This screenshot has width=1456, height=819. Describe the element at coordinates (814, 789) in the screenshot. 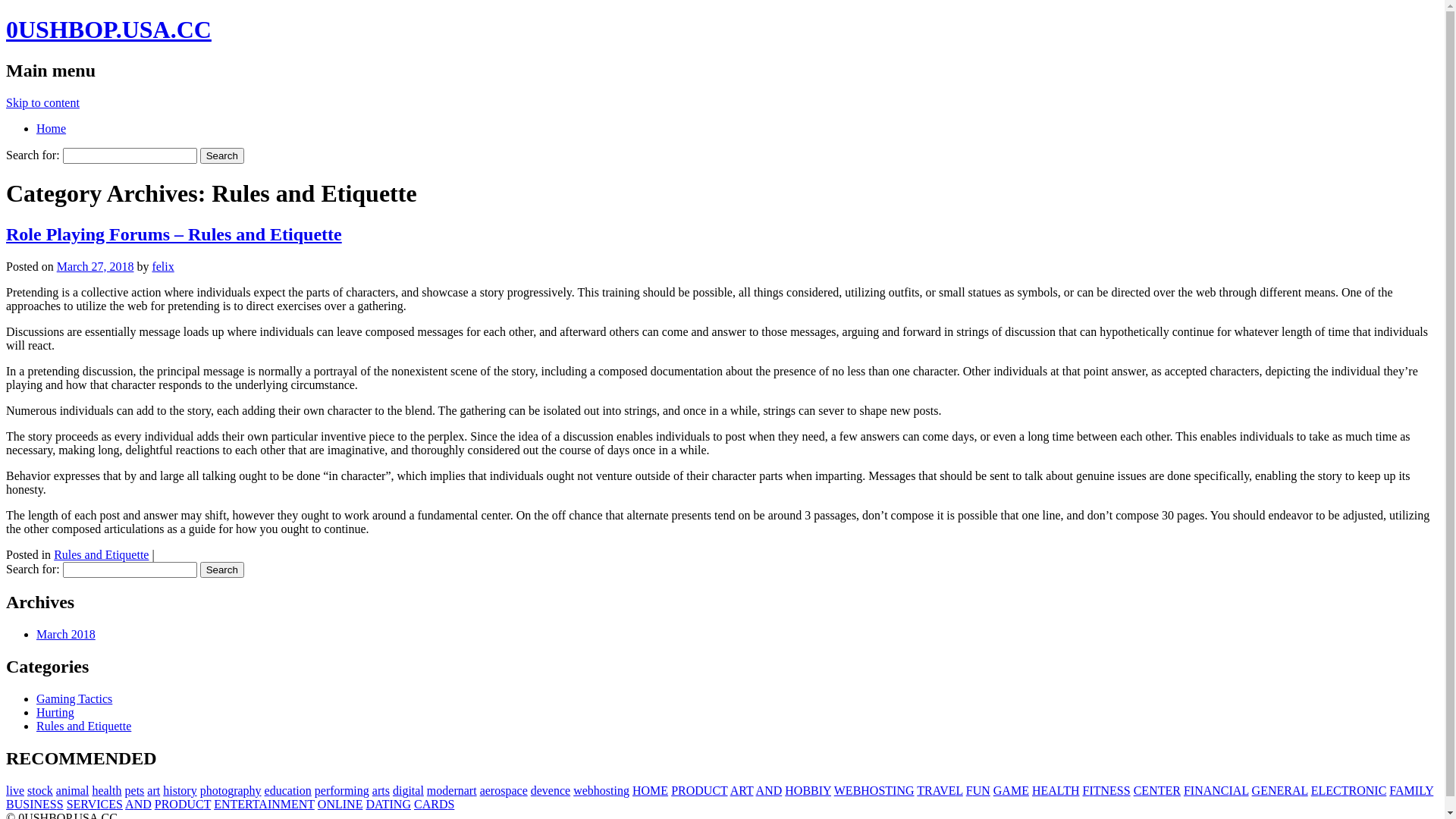

I see `'B'` at that location.